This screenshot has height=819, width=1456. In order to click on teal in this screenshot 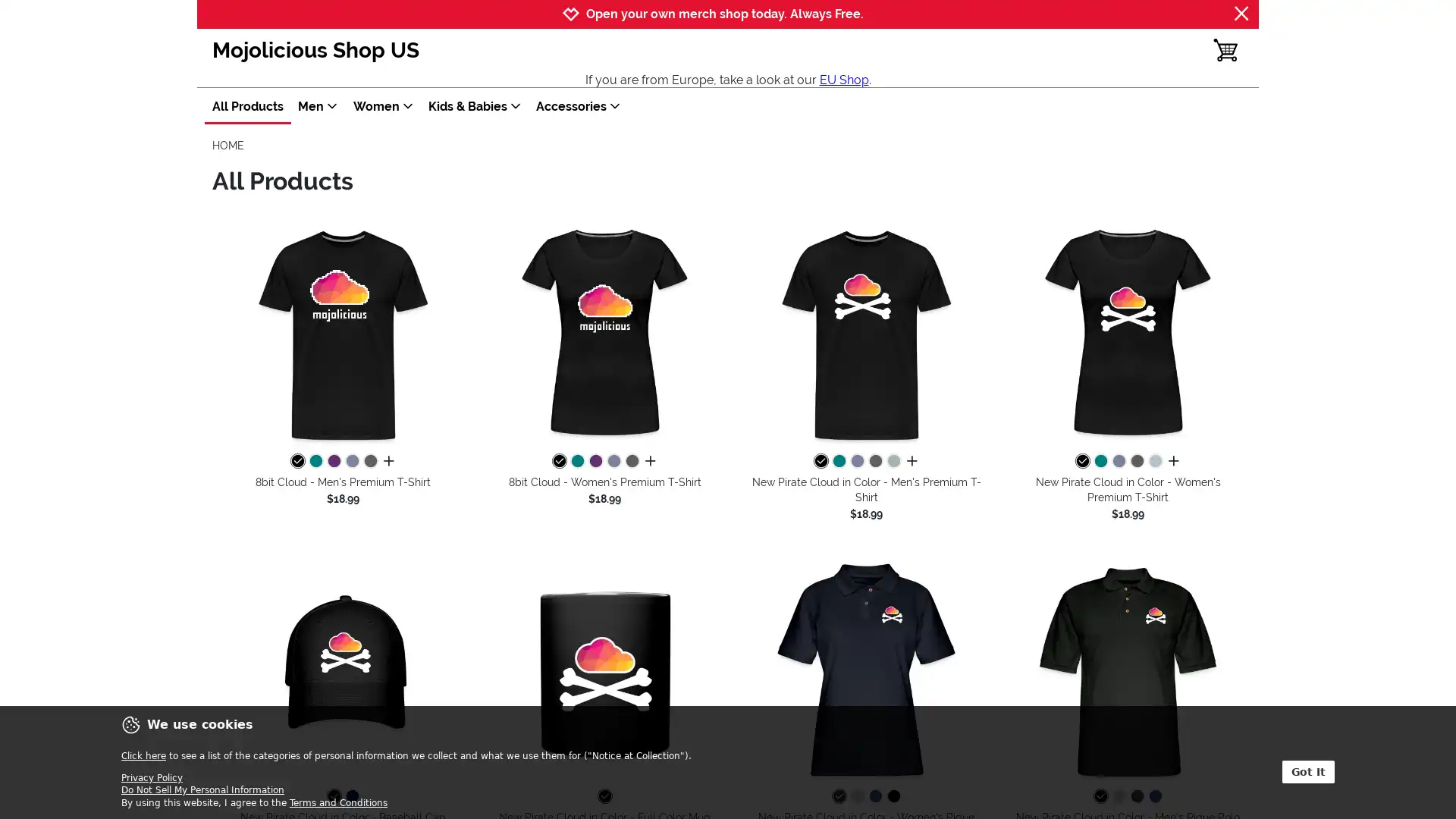, I will do `click(315, 461)`.